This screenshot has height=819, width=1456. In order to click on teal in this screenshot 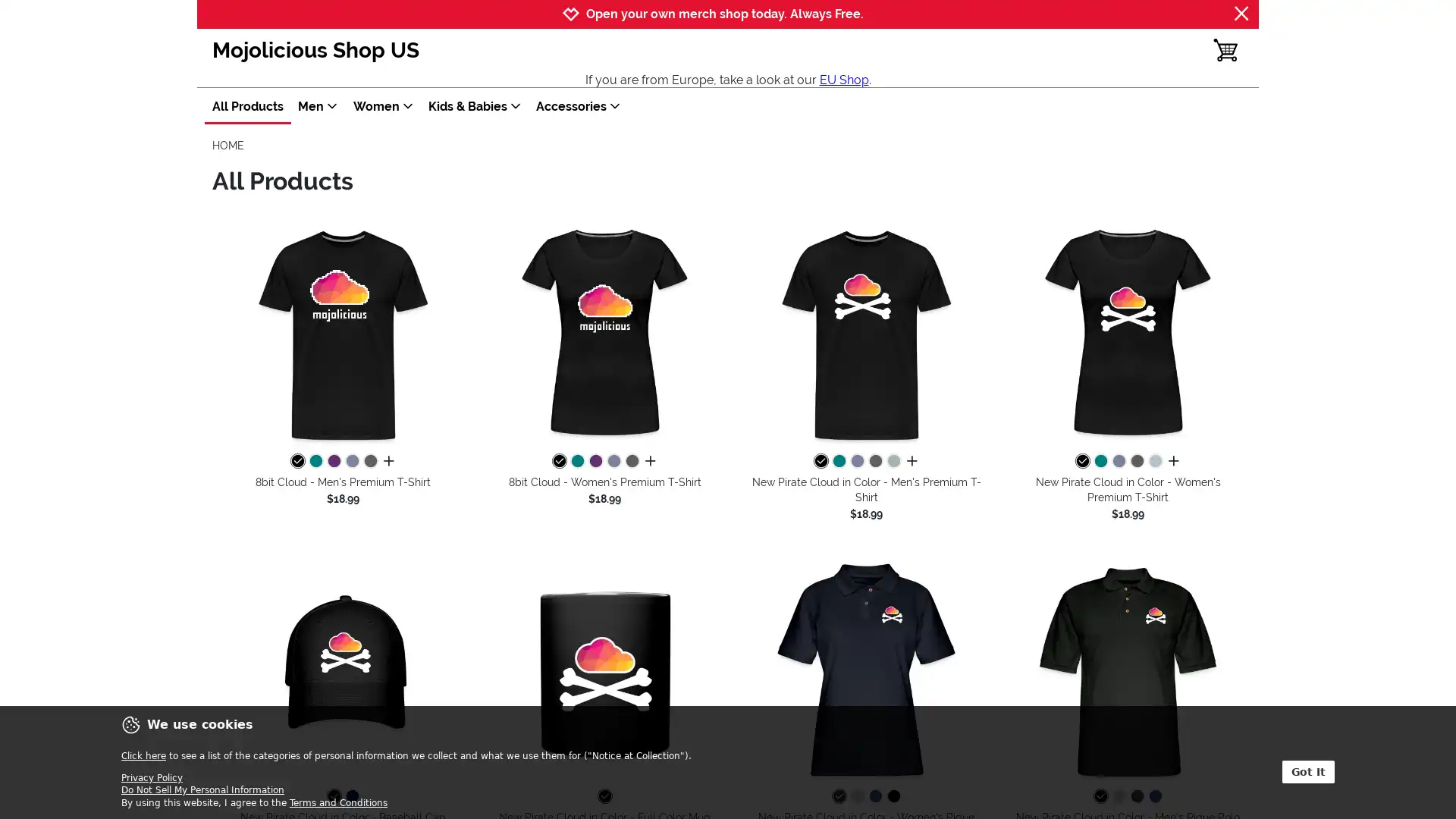, I will do `click(315, 461)`.